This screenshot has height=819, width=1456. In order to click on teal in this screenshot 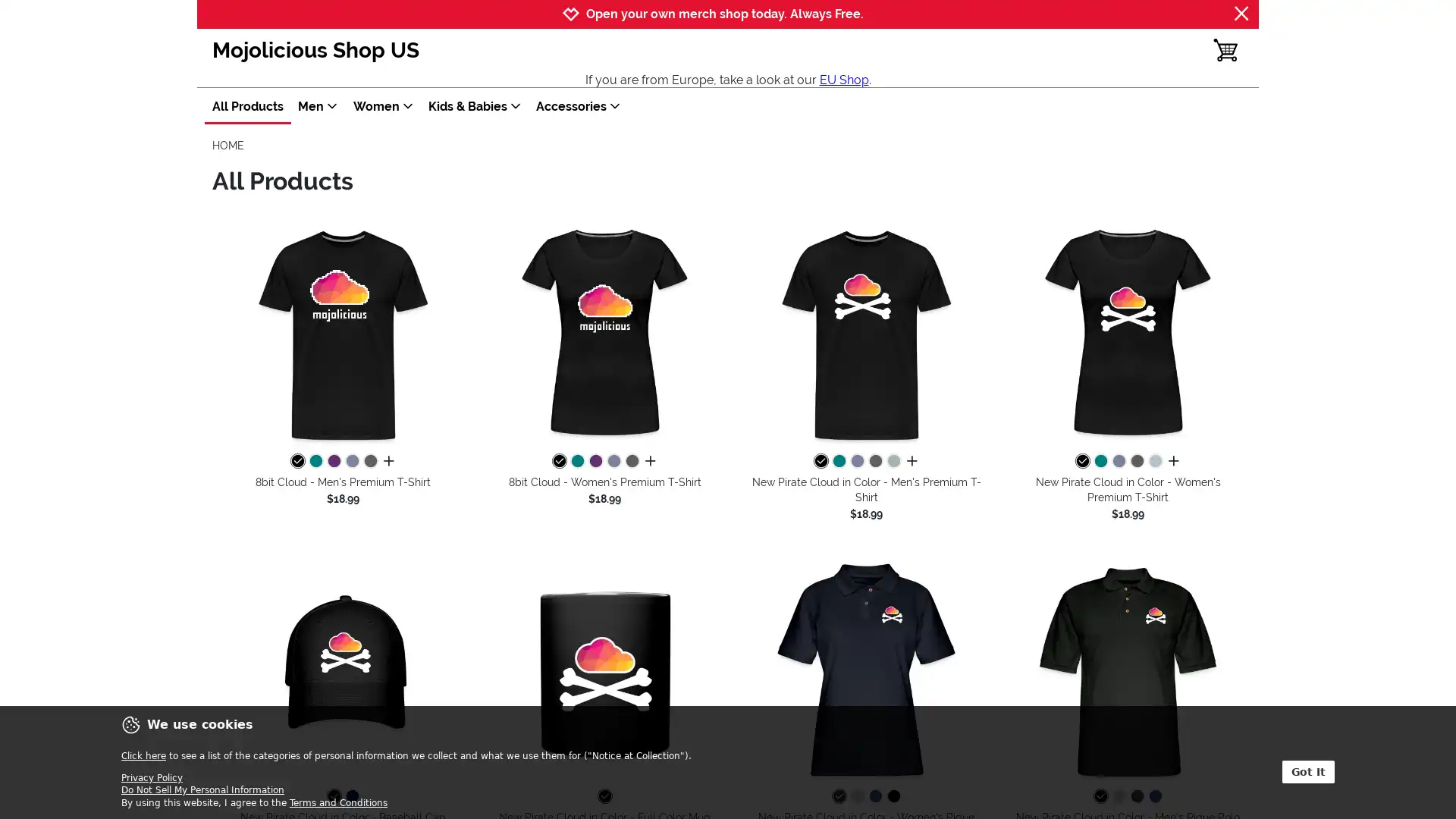, I will do `click(315, 461)`.